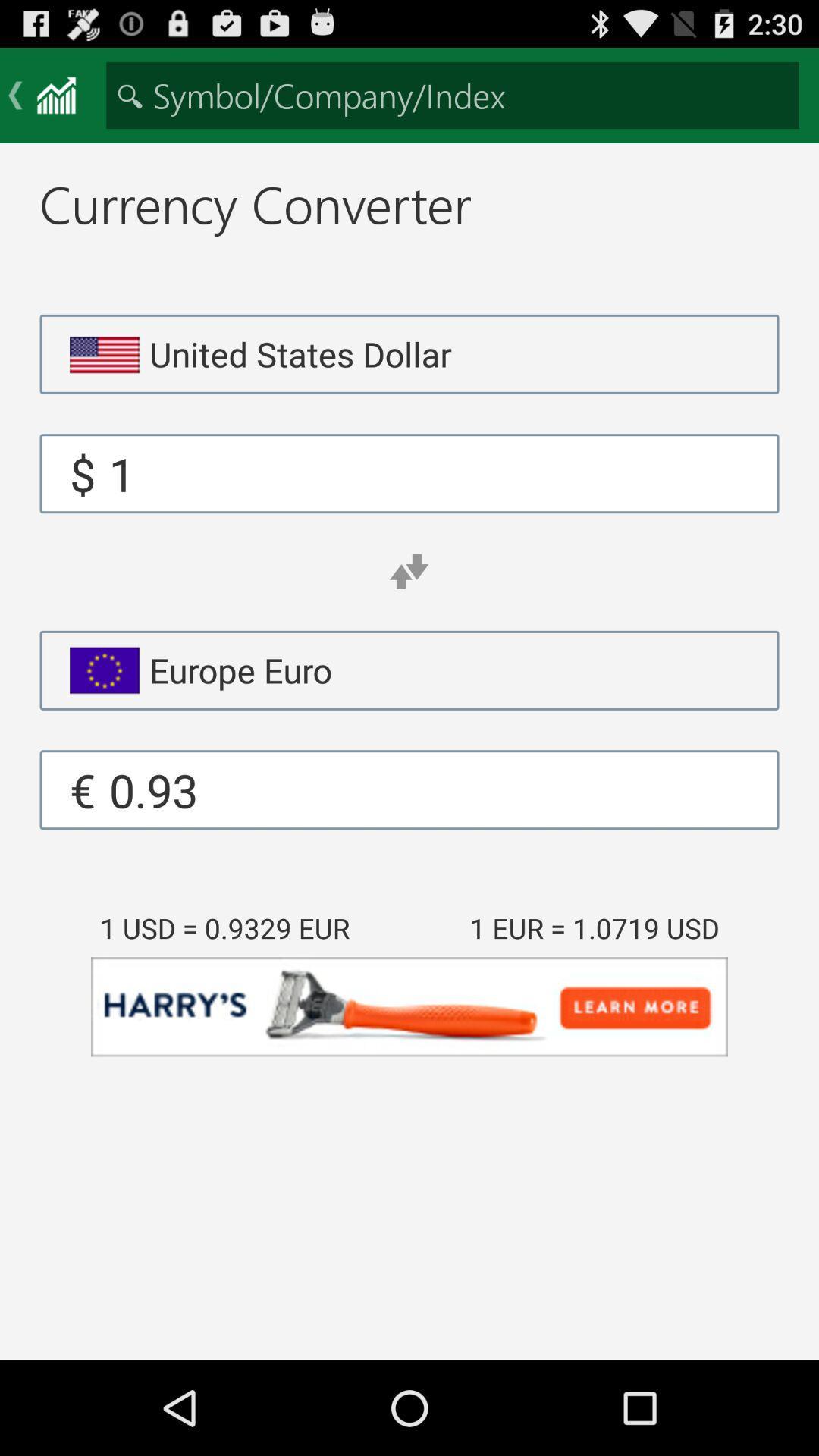  Describe the element at coordinates (408, 571) in the screenshot. I see `app above the europe euro app` at that location.